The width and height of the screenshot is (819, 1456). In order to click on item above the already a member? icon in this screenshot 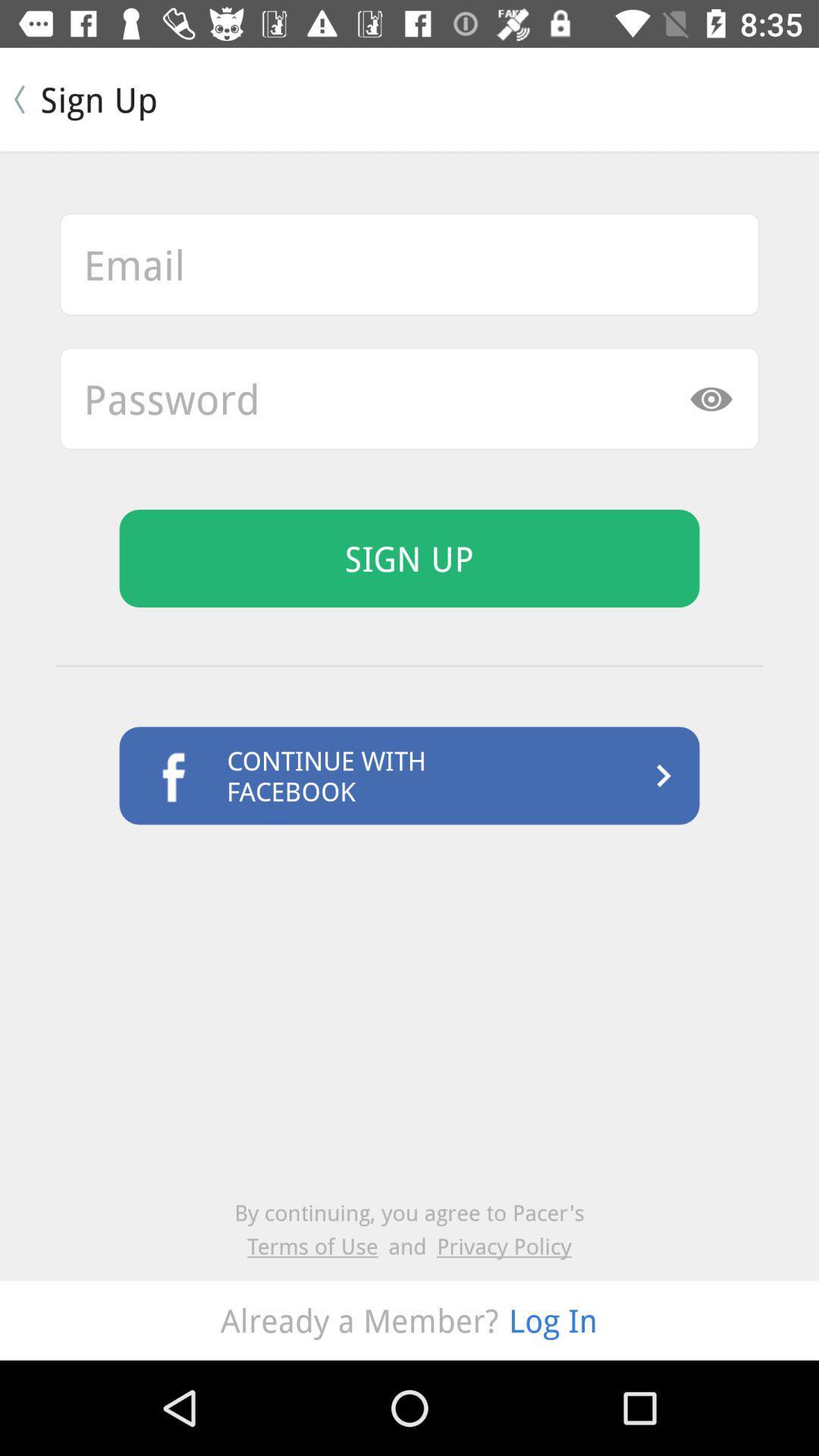, I will do `click(504, 1246)`.